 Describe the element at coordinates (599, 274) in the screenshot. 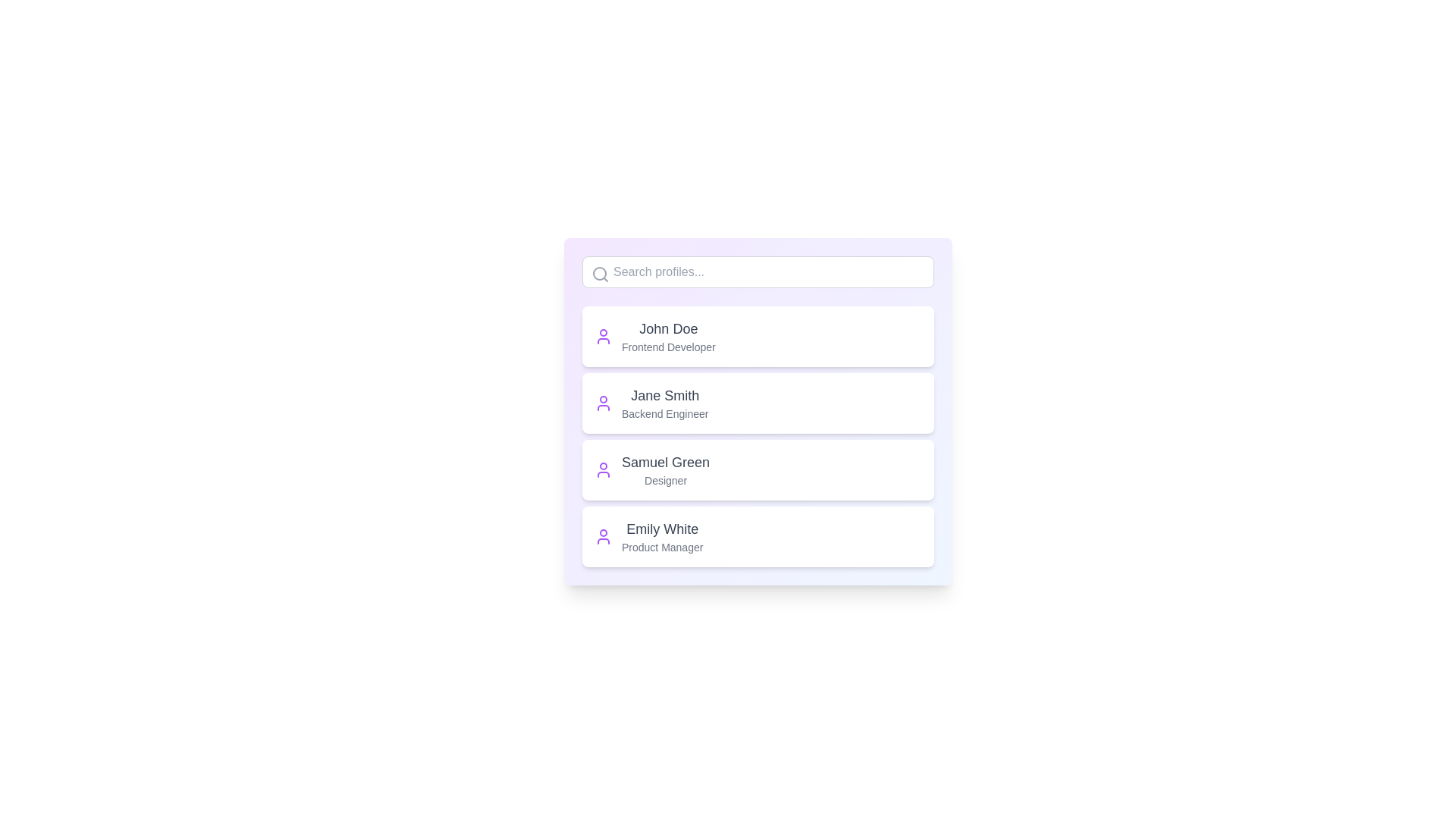

I see `the circular SVG shape representing the magnifying glass's lens located in the top left corner of the search bar` at that location.